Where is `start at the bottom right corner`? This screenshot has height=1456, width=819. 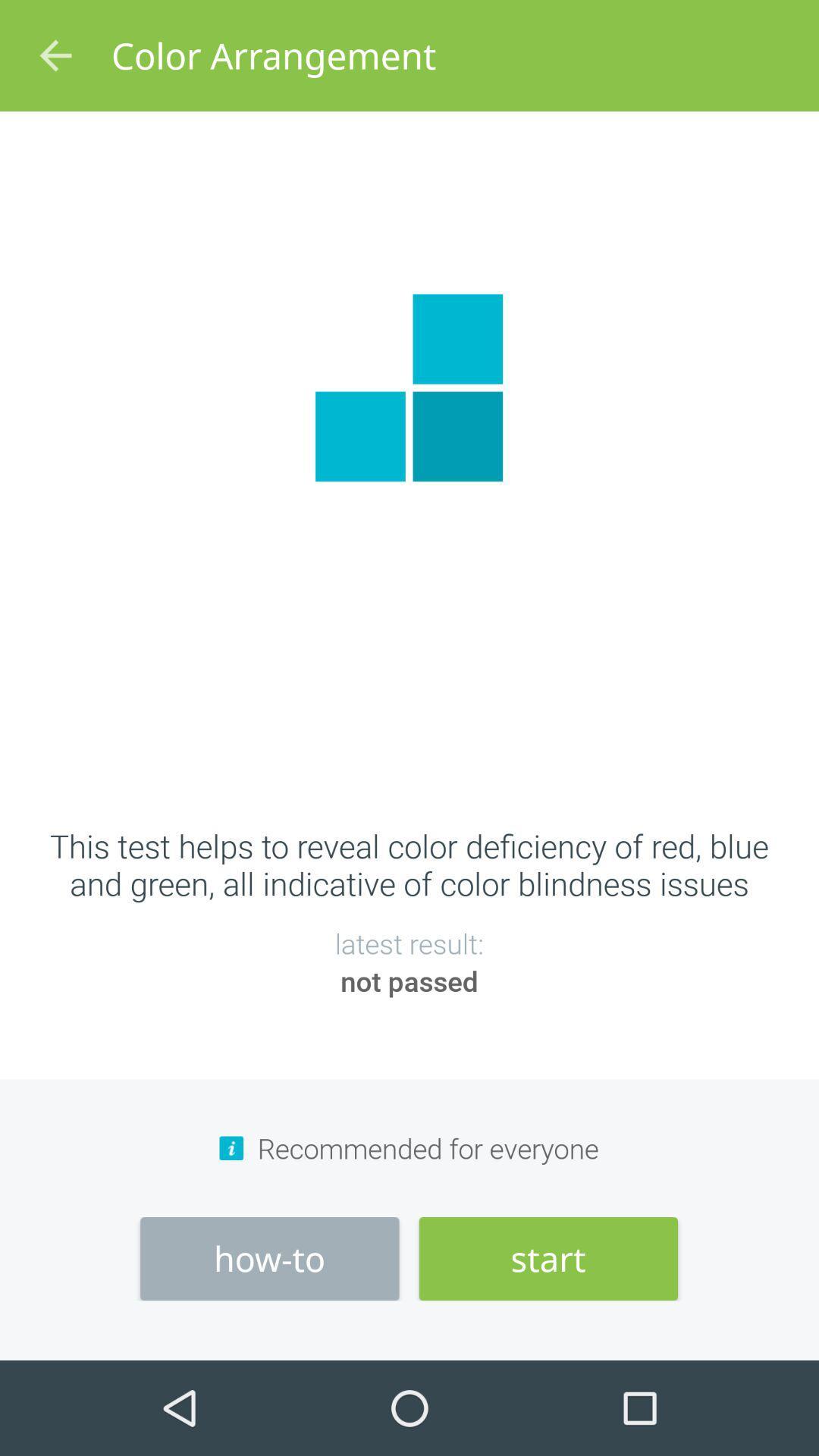
start at the bottom right corner is located at coordinates (548, 1259).